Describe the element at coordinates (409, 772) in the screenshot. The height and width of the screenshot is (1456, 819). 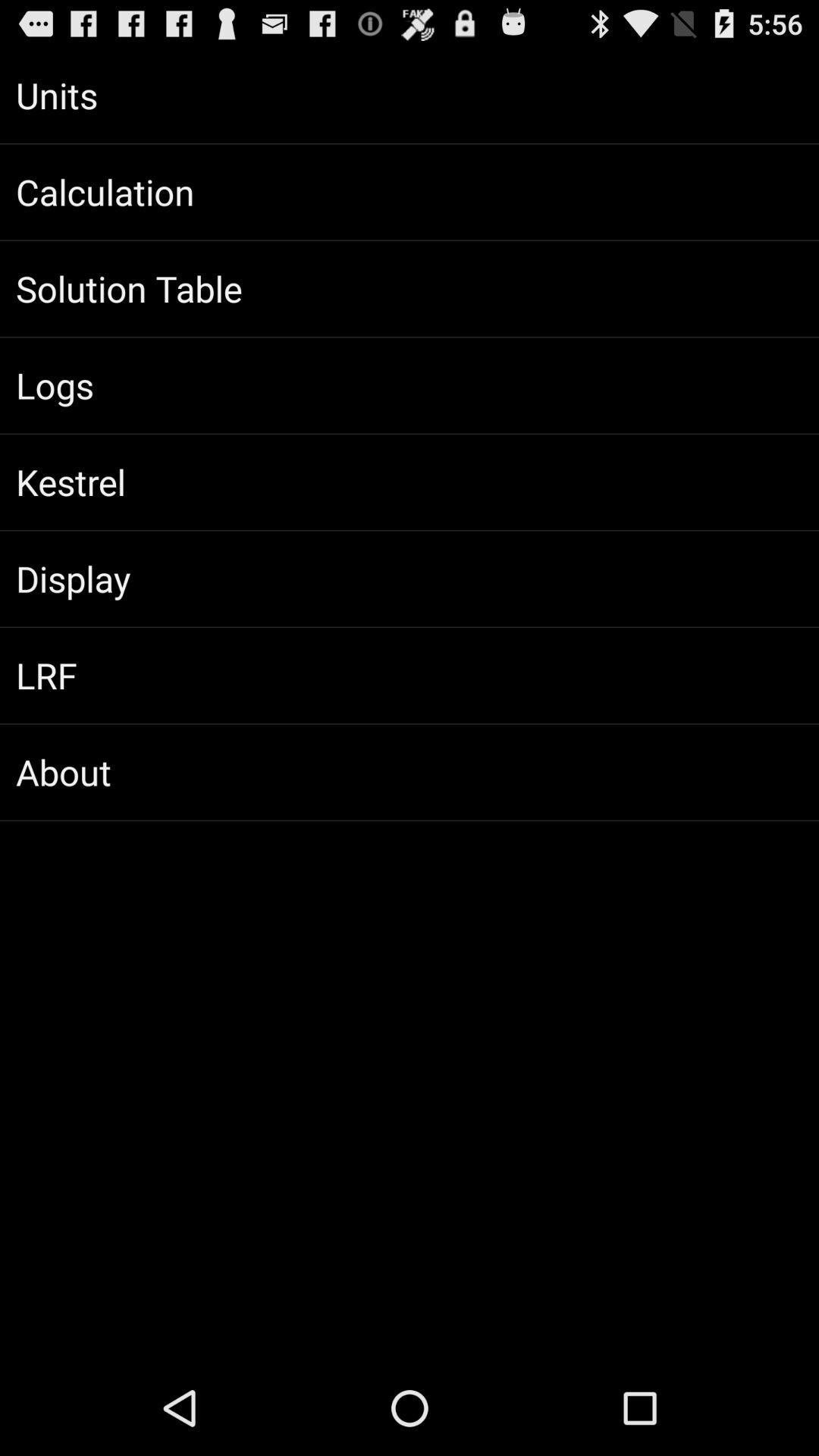
I see `the about item` at that location.